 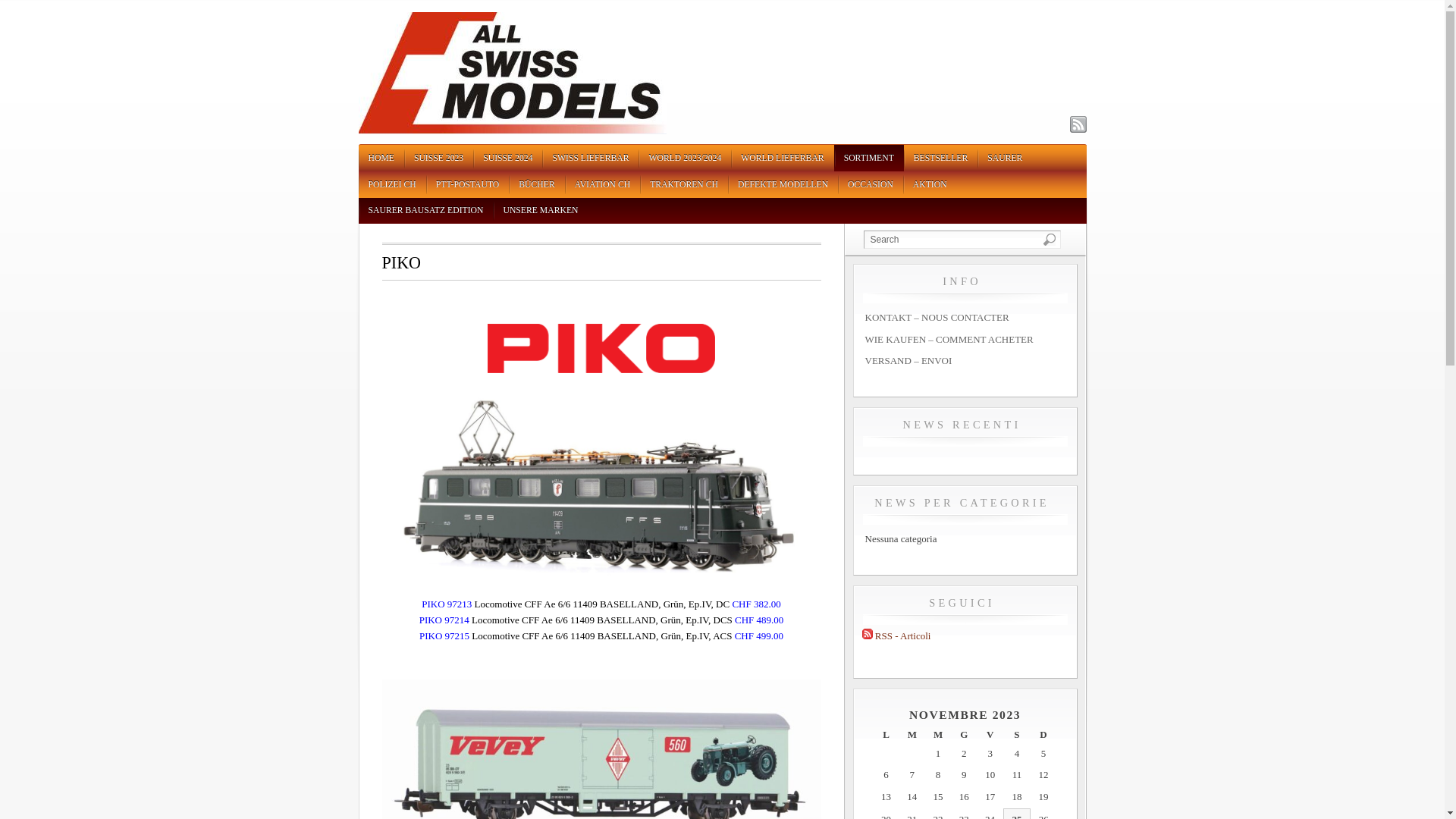 What do you see at coordinates (783, 184) in the screenshot?
I see `'DEFEKTE MODELLEN'` at bounding box center [783, 184].